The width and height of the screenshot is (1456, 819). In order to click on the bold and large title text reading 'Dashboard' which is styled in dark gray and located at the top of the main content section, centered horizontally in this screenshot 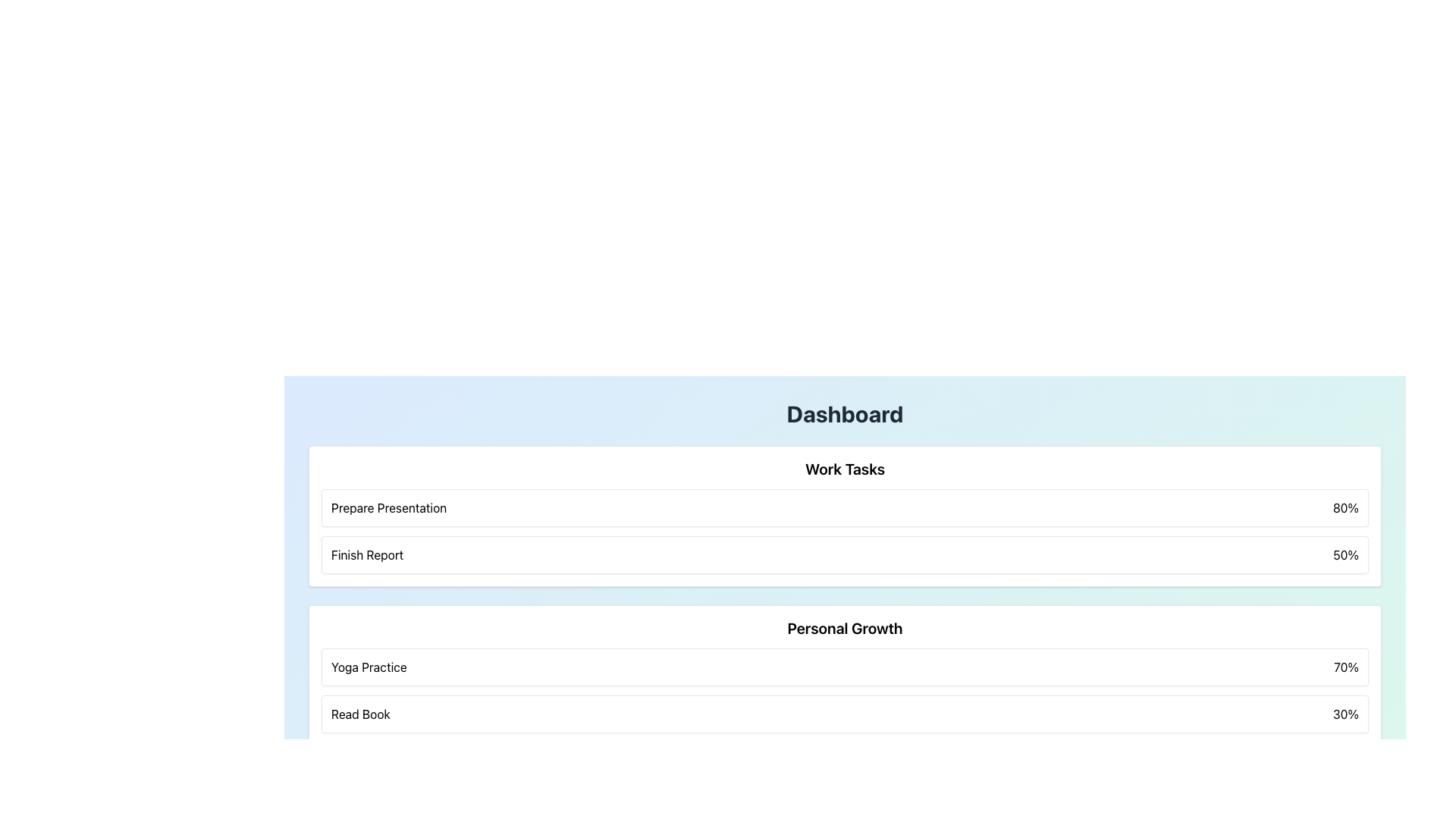, I will do `click(844, 414)`.